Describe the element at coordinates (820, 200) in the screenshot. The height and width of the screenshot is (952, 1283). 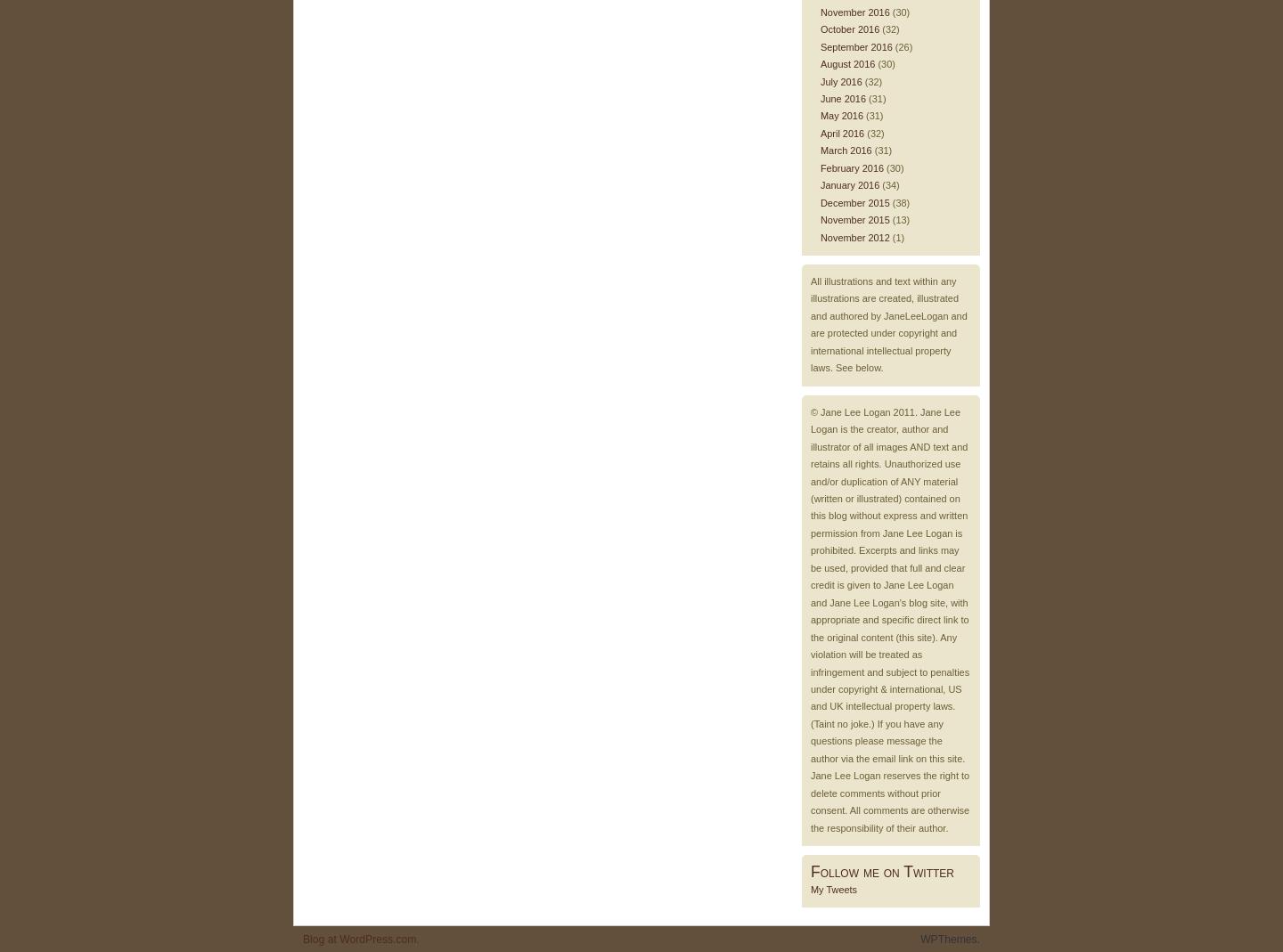
I see `'December 2015'` at that location.